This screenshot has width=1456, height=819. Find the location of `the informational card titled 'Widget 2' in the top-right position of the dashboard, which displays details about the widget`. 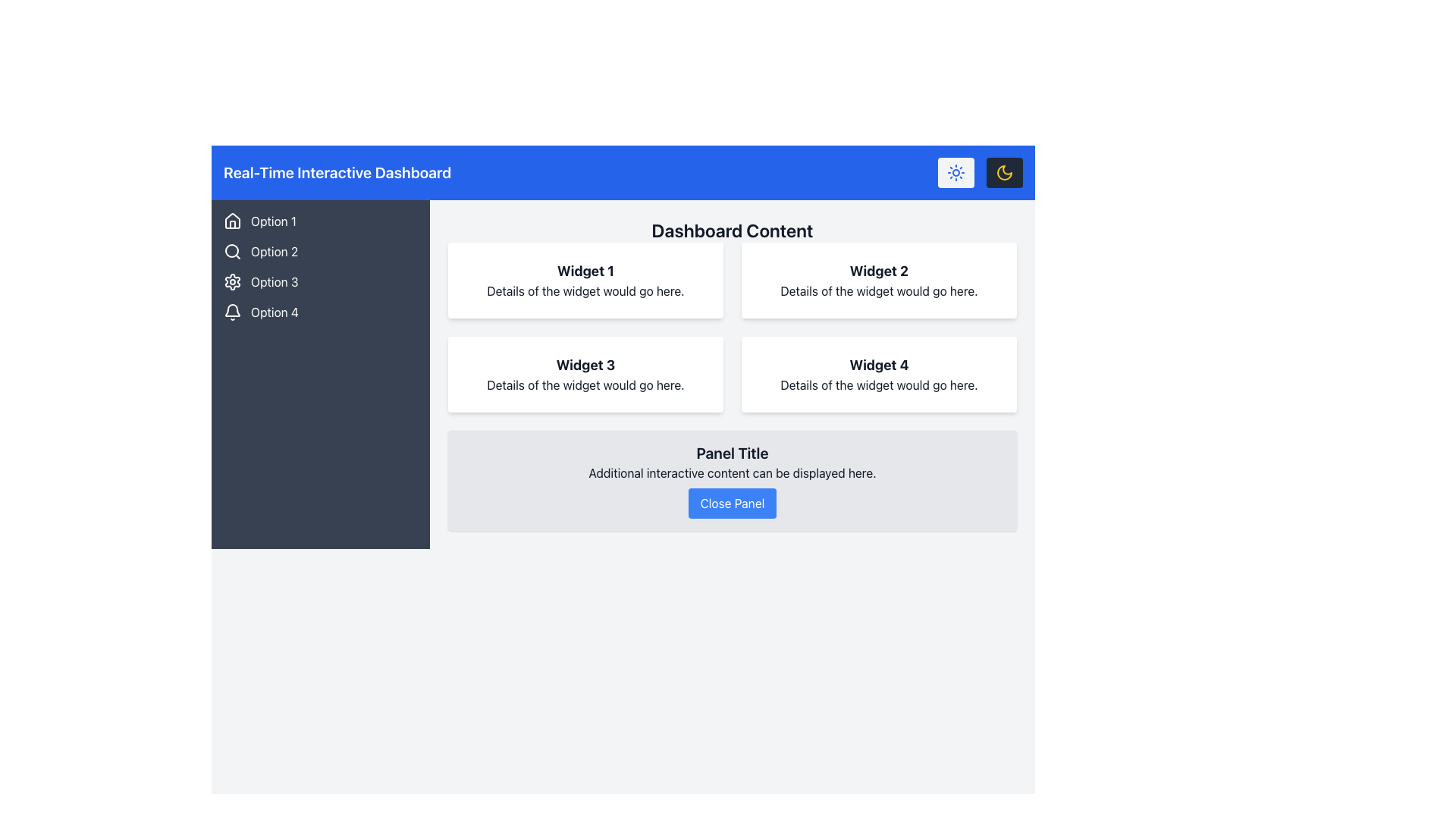

the informational card titled 'Widget 2' in the top-right position of the dashboard, which displays details about the widget is located at coordinates (879, 281).